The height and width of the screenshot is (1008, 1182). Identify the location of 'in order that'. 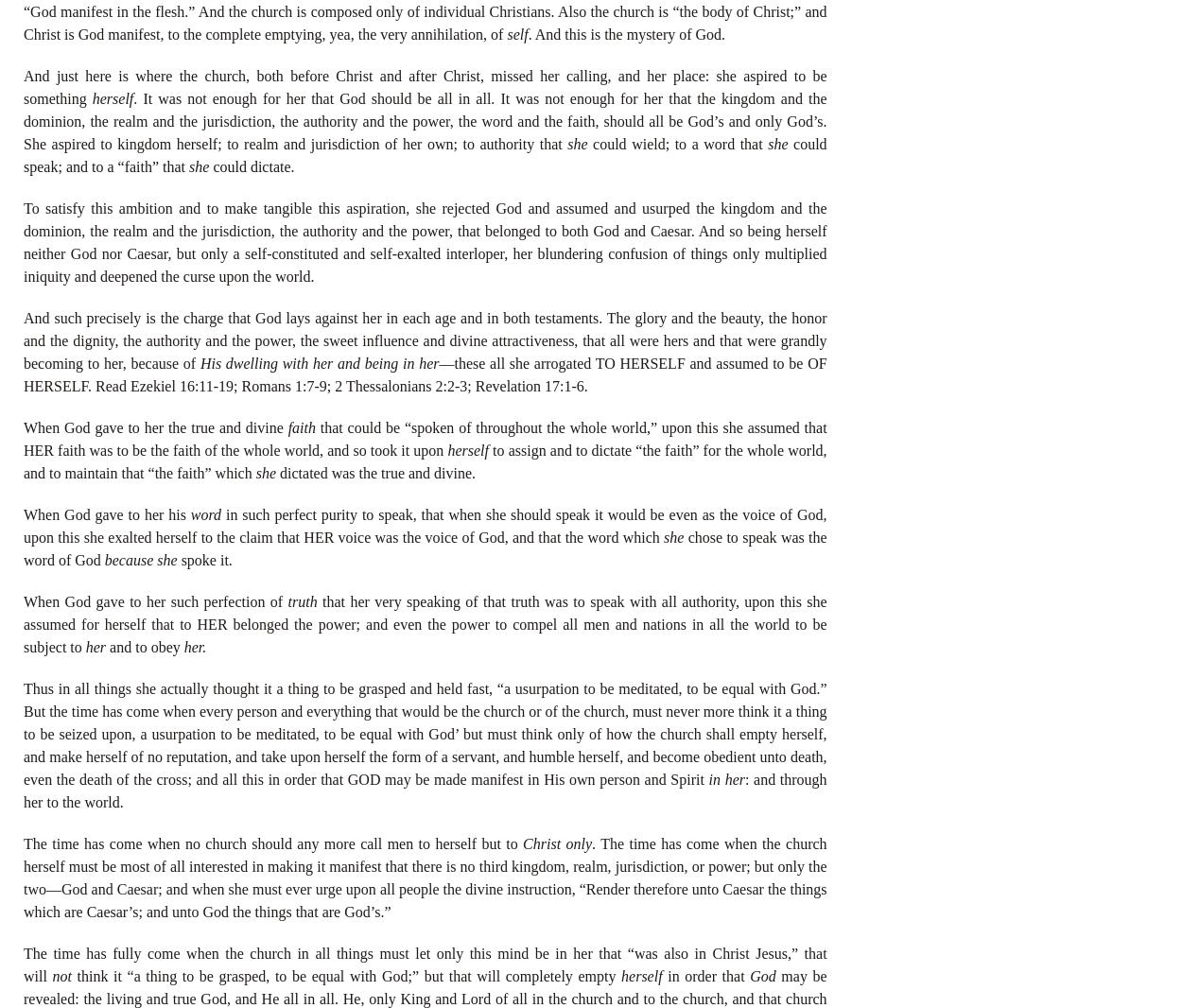
(704, 975).